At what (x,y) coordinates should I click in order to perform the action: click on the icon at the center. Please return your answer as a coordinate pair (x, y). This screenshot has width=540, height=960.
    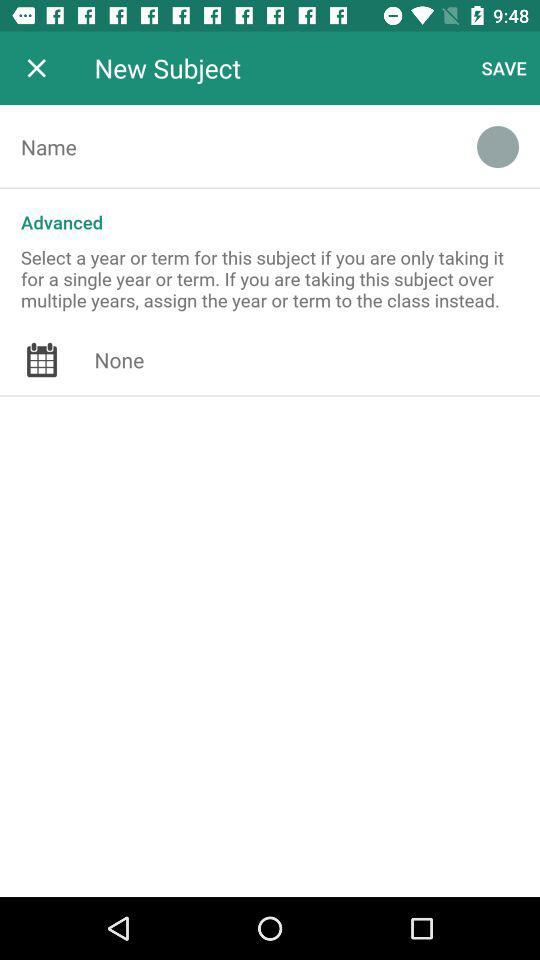
    Looking at the image, I should click on (317, 360).